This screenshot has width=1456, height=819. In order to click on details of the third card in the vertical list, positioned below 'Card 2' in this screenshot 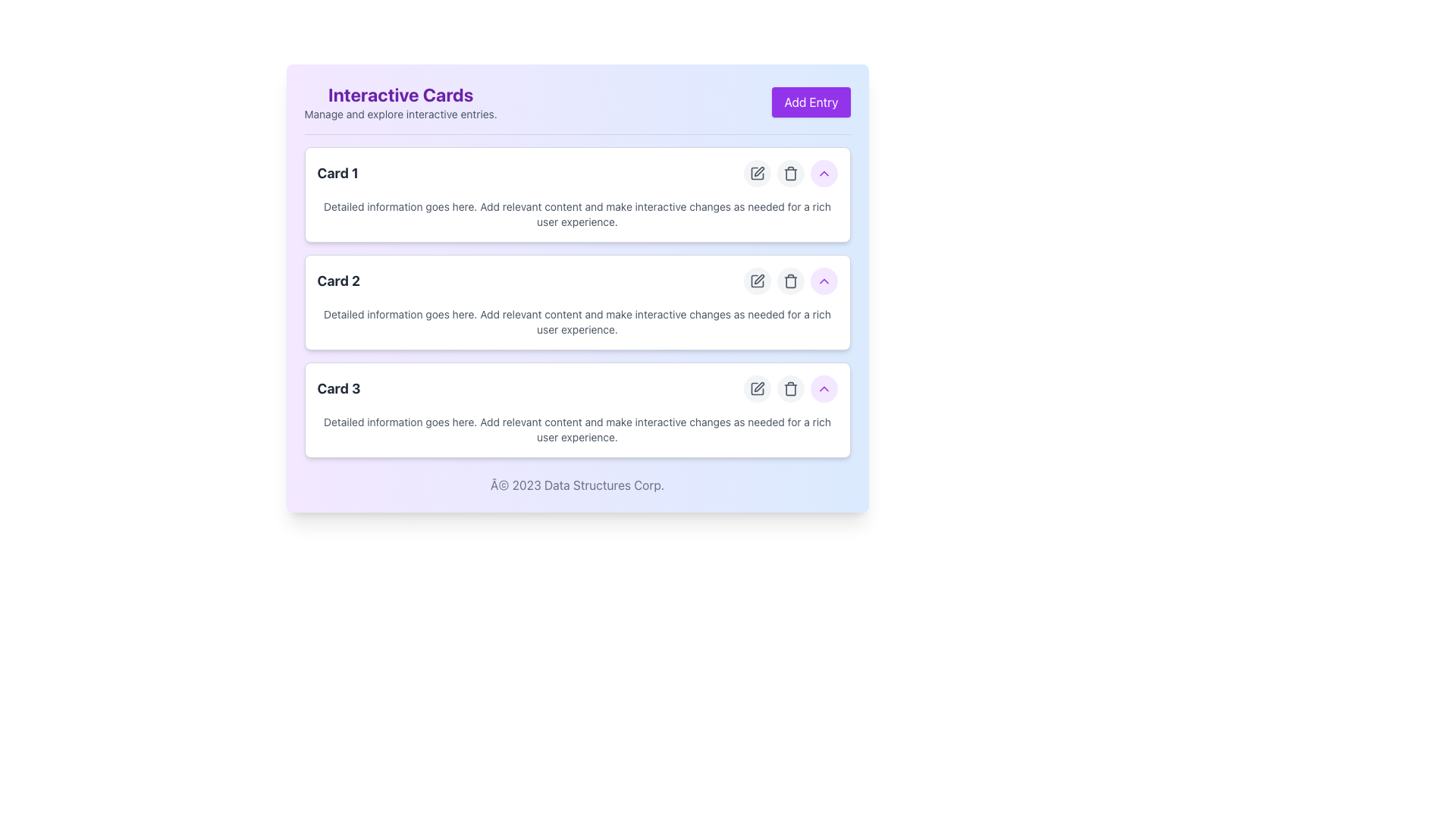, I will do `click(576, 409)`.